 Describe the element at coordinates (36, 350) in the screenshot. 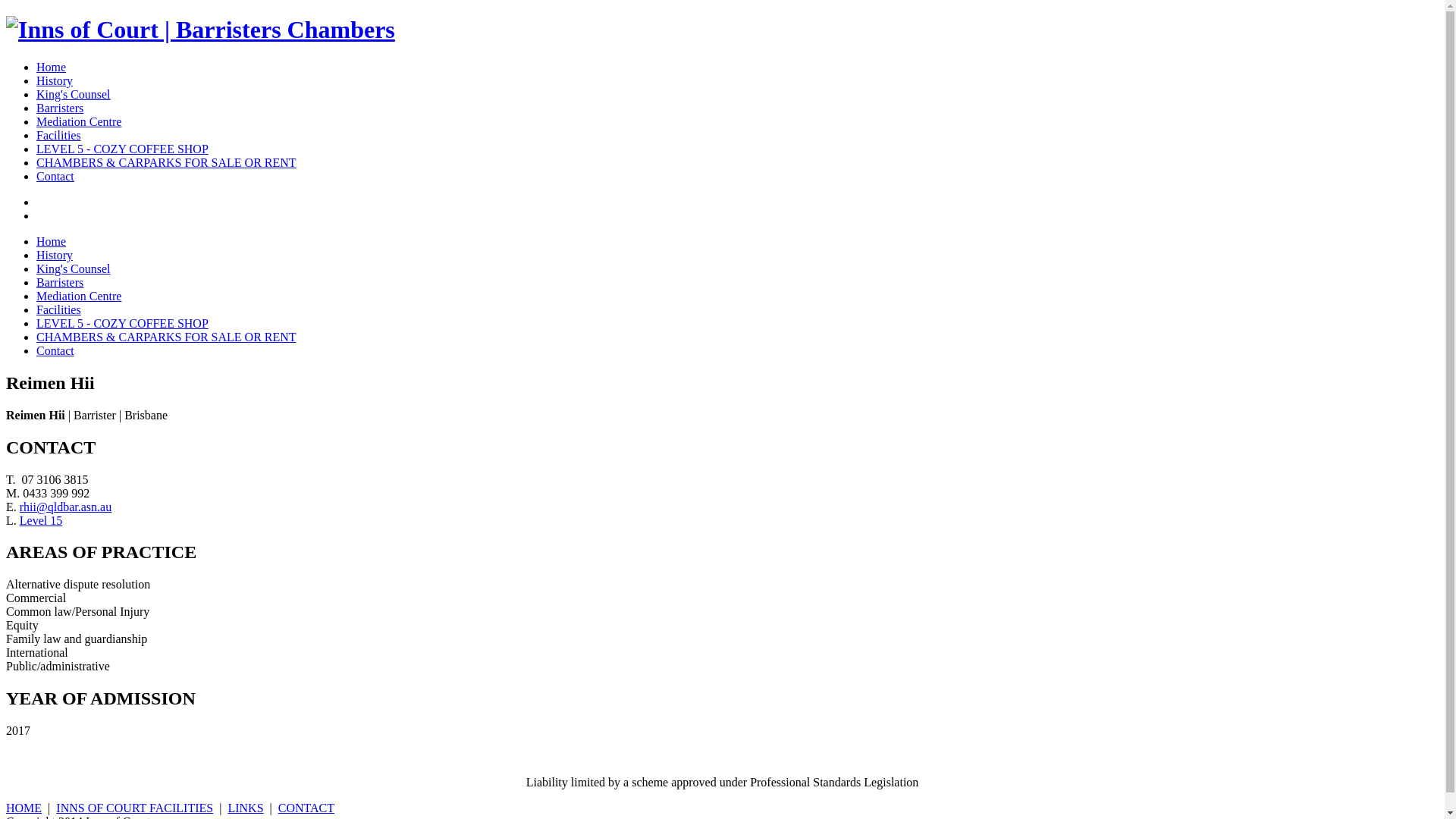

I see `'Contact'` at that location.